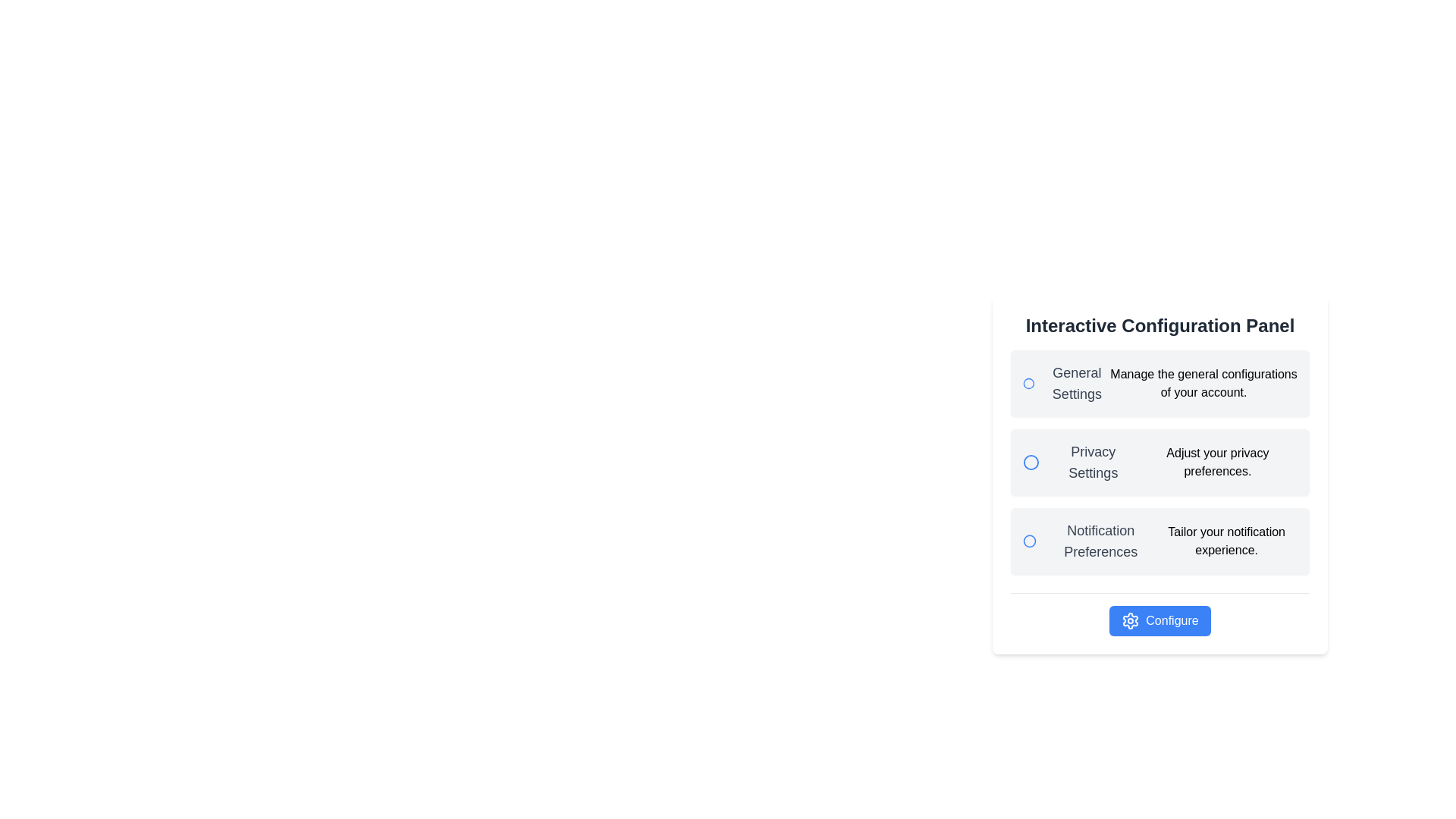  Describe the element at coordinates (1076, 382) in the screenshot. I see `the 'General Settings' text element, which is displayed in grey as the title of the first option in the settings interface of the Interactive Configuration Panel` at that location.